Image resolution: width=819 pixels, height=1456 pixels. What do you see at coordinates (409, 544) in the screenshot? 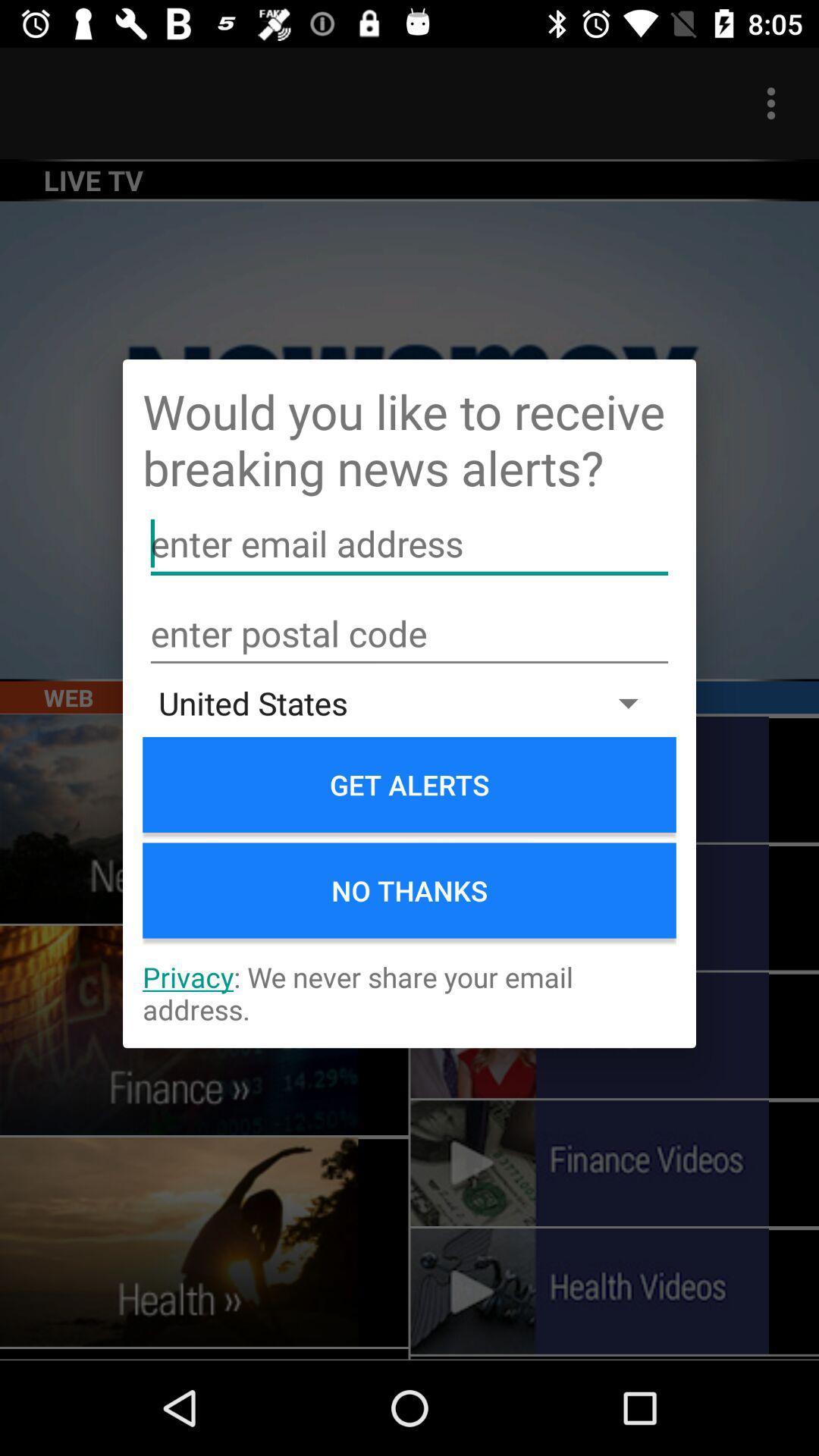
I see `your email` at bounding box center [409, 544].